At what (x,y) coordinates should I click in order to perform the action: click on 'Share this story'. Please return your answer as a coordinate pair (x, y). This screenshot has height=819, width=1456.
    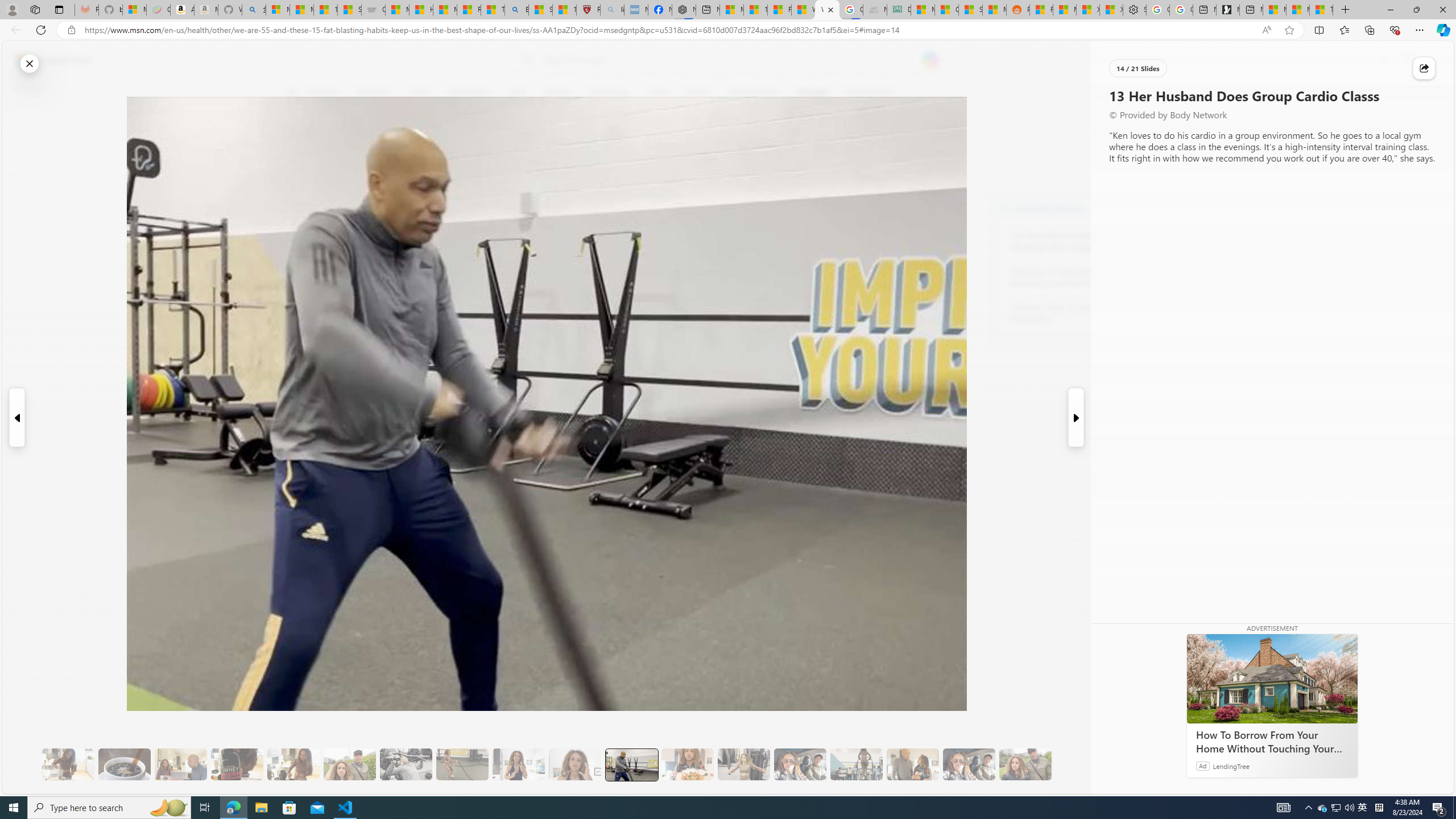
    Looking at the image, I should click on (1423, 67).